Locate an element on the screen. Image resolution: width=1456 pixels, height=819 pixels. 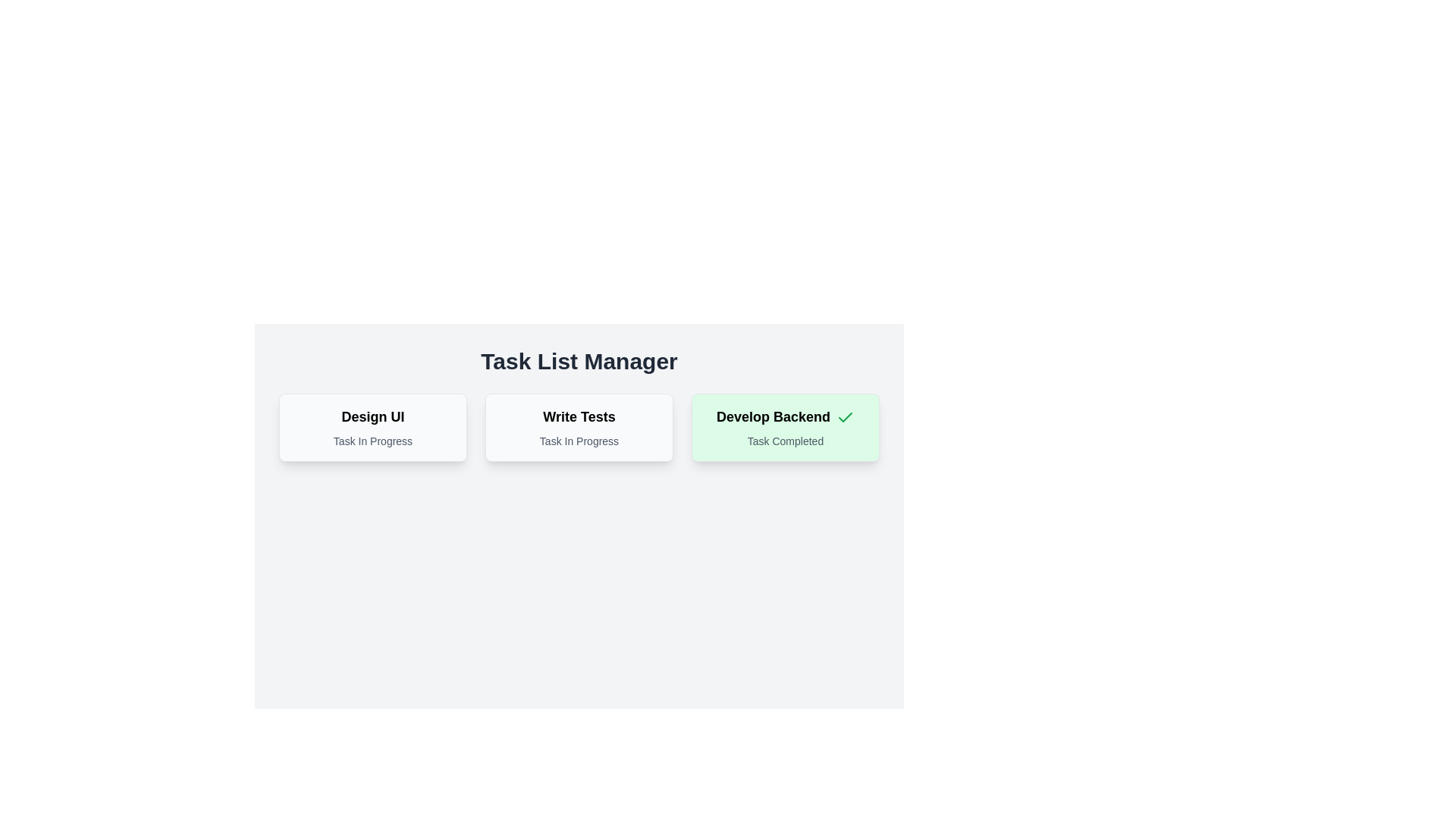
the 'Write Tests' text element, which is the primary heading of the middle card in a three-card layout, positioned above the 'Task In Progress' text is located at coordinates (578, 417).